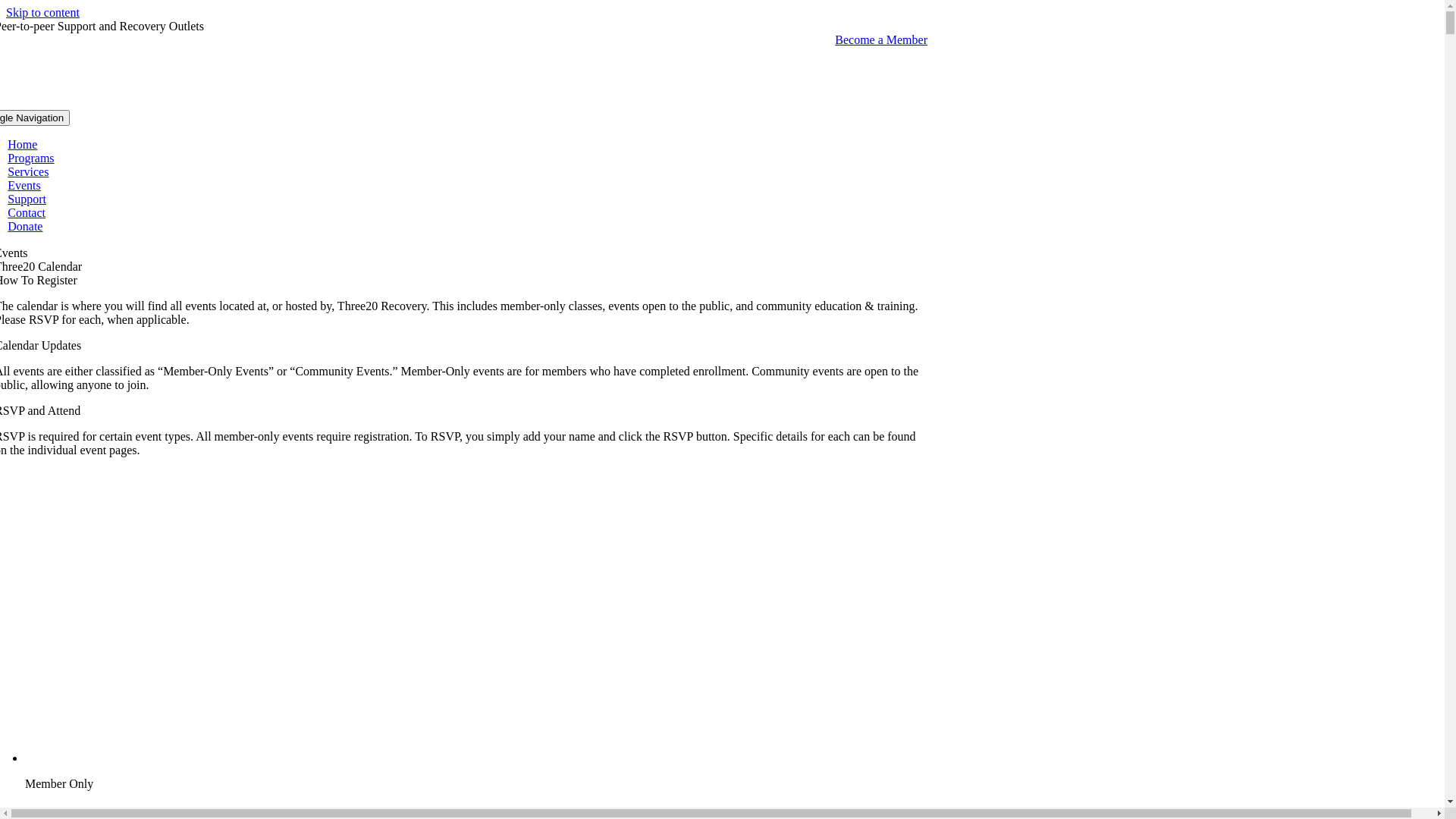 The height and width of the screenshot is (819, 1456). What do you see at coordinates (26, 212) in the screenshot?
I see `'Contact'` at bounding box center [26, 212].